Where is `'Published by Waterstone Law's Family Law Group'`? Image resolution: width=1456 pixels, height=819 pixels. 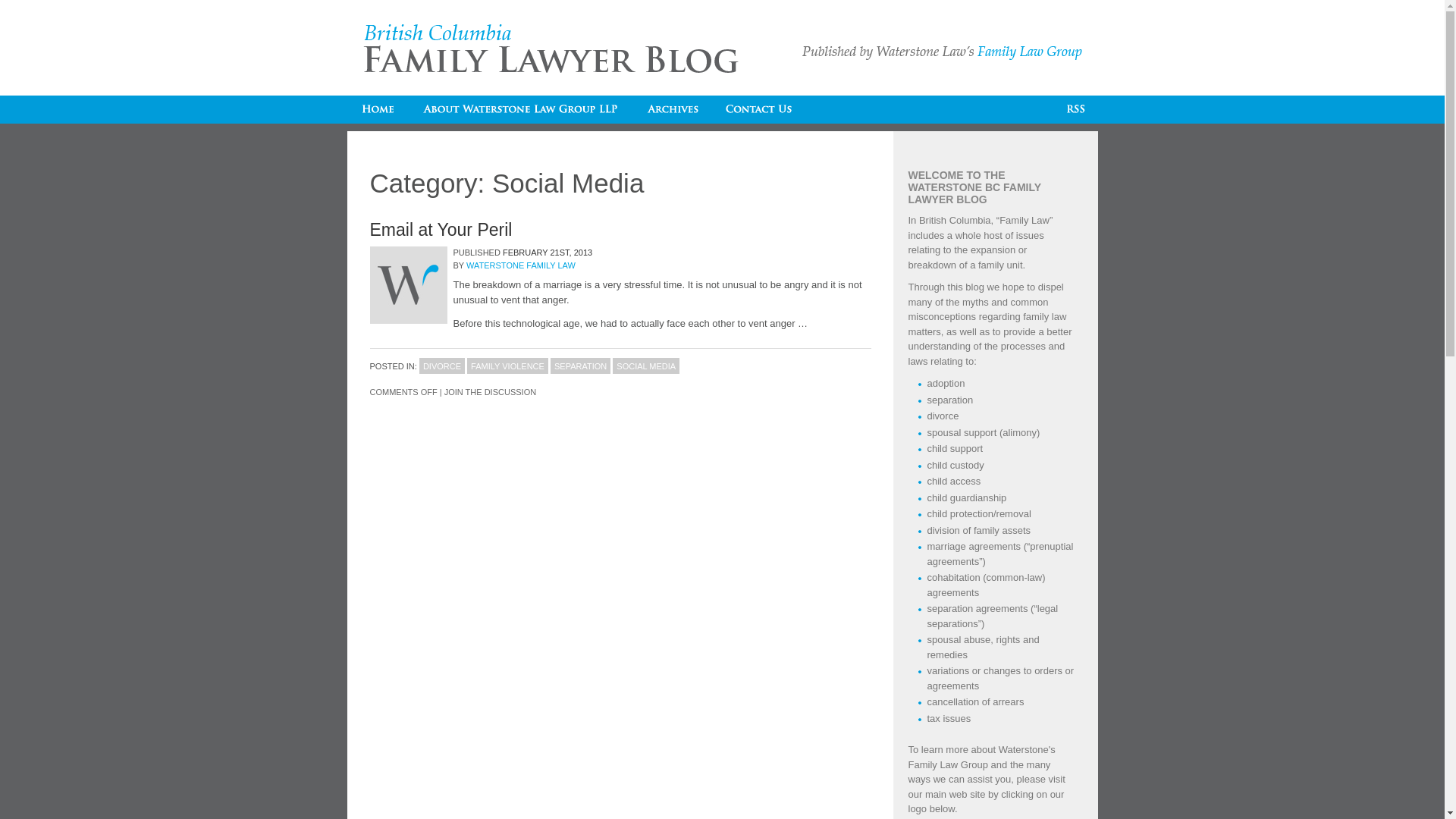
'Published by Waterstone Law's Family Law Group' is located at coordinates (941, 52).